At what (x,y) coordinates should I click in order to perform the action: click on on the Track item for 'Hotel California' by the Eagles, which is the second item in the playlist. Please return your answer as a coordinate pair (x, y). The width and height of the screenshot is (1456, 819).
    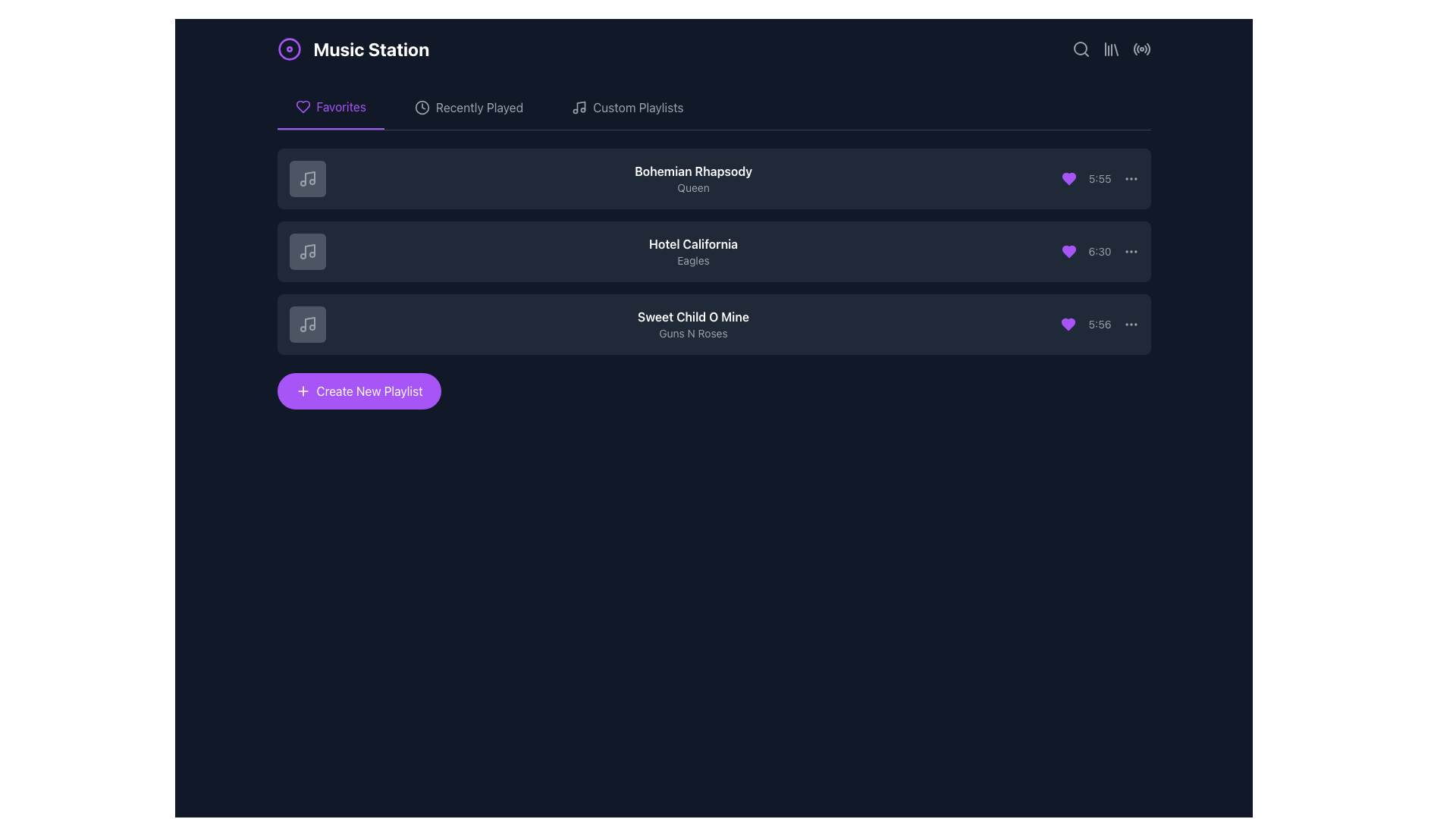
    Looking at the image, I should click on (713, 250).